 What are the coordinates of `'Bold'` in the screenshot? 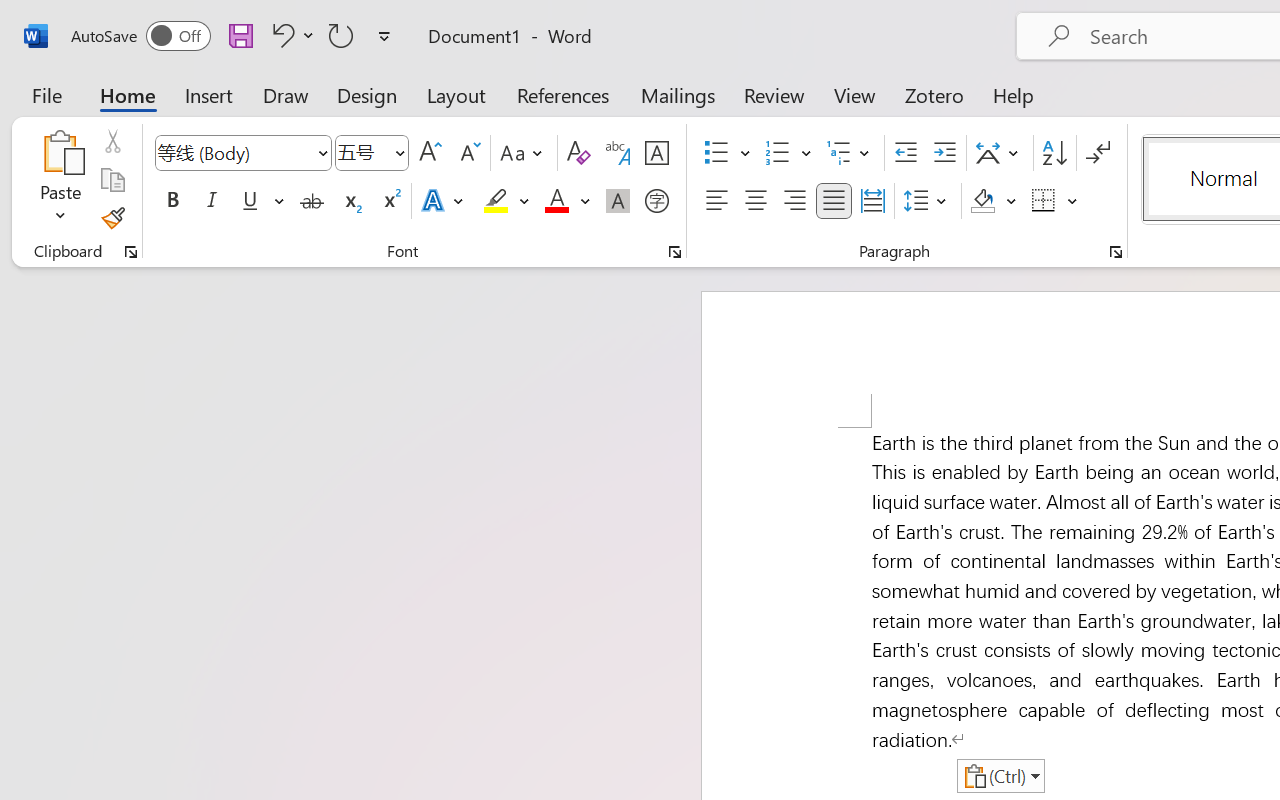 It's located at (172, 201).